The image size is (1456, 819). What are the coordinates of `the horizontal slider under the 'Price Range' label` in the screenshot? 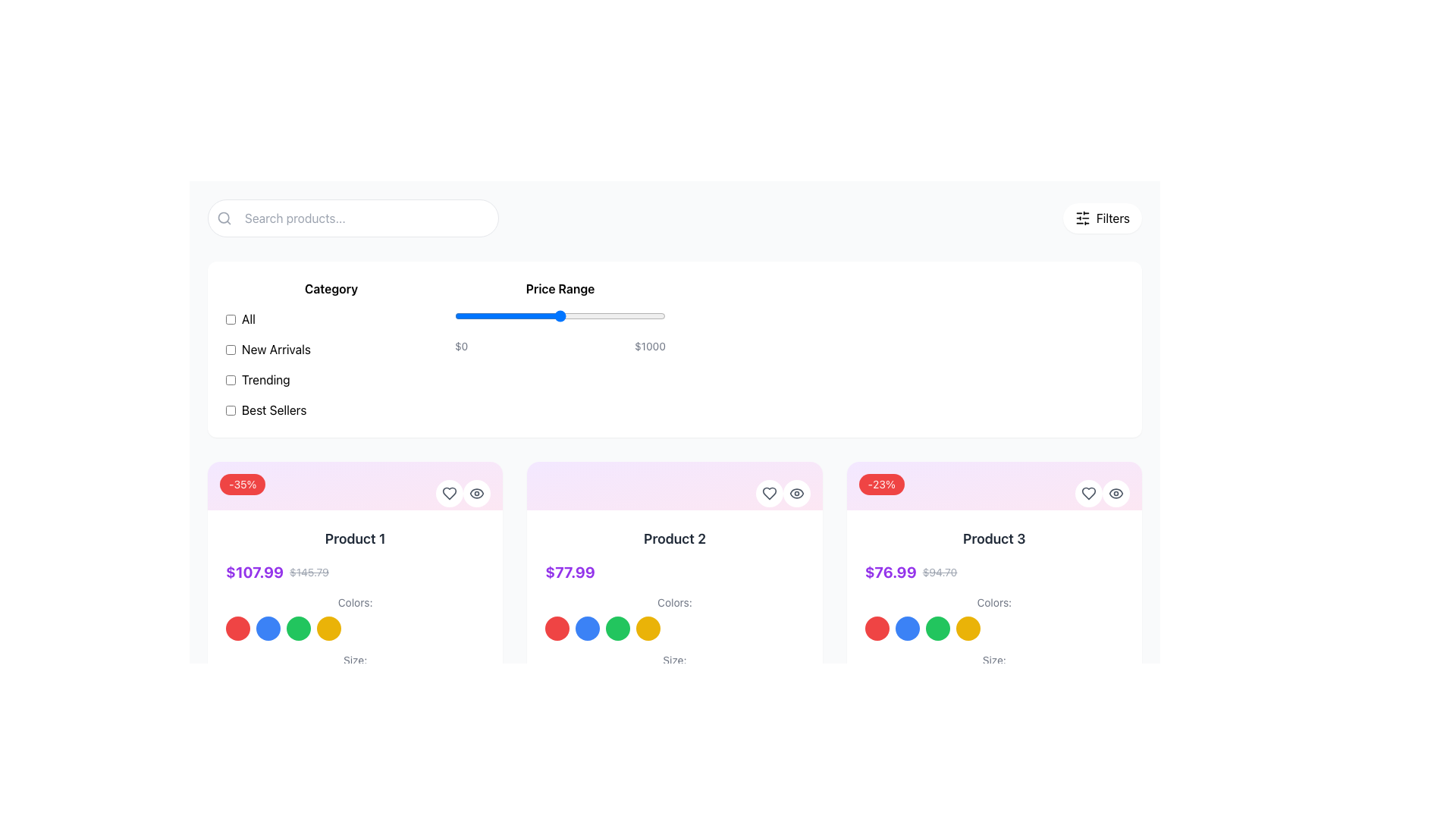 It's located at (560, 350).